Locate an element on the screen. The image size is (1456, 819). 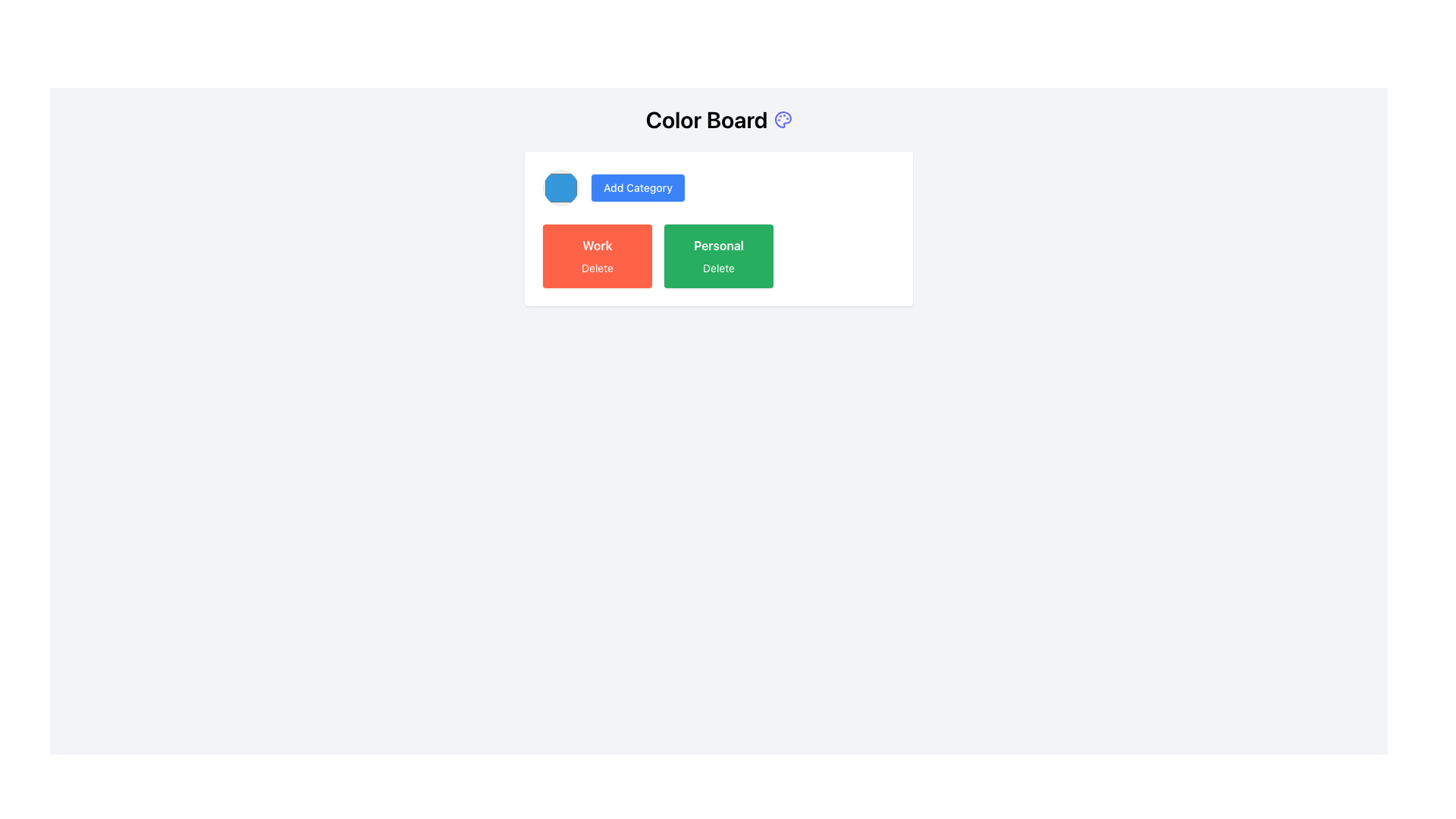
the delete button associated with the category titled 'Personal', which is the second text button located below the text 'Personal' in the green rectangular box is located at coordinates (717, 268).